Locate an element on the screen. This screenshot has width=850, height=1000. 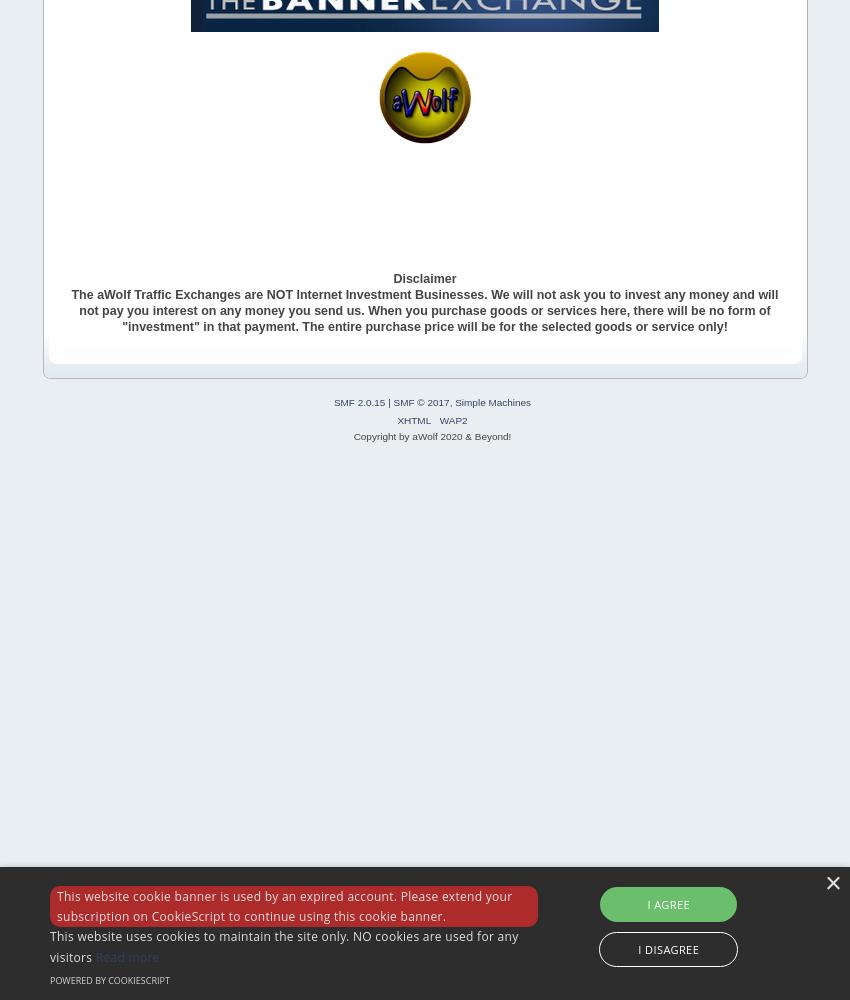
'|' is located at coordinates (384, 402).